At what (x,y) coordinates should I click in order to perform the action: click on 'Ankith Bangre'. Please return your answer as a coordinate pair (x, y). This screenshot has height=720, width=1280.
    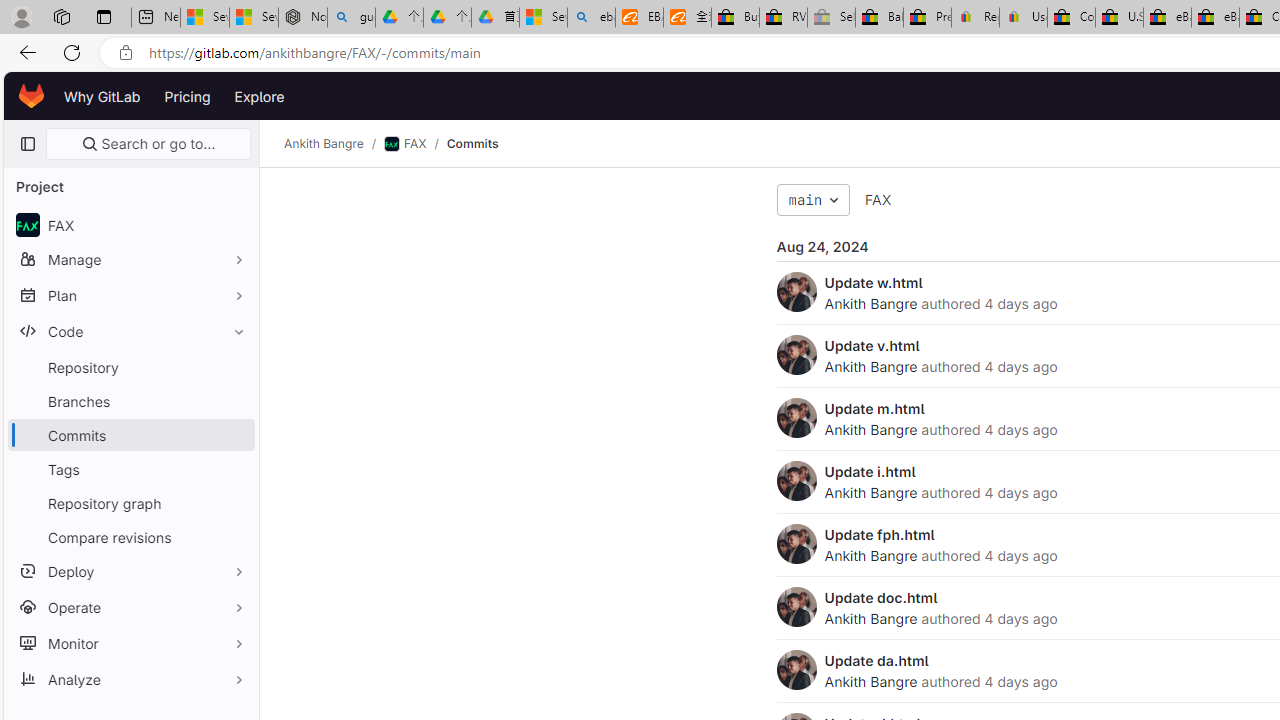
    Looking at the image, I should click on (871, 680).